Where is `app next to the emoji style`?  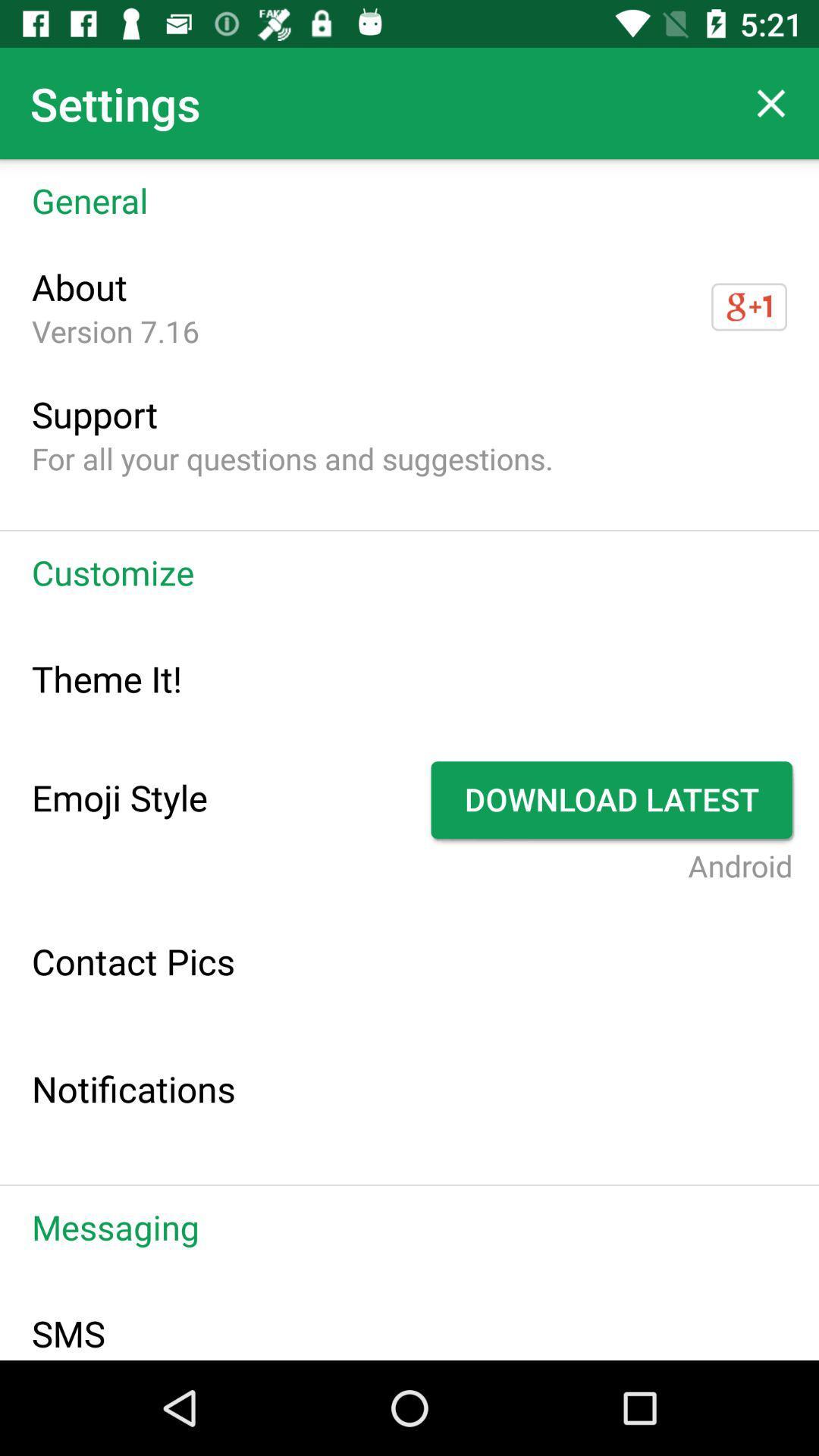
app next to the emoji style is located at coordinates (613, 799).